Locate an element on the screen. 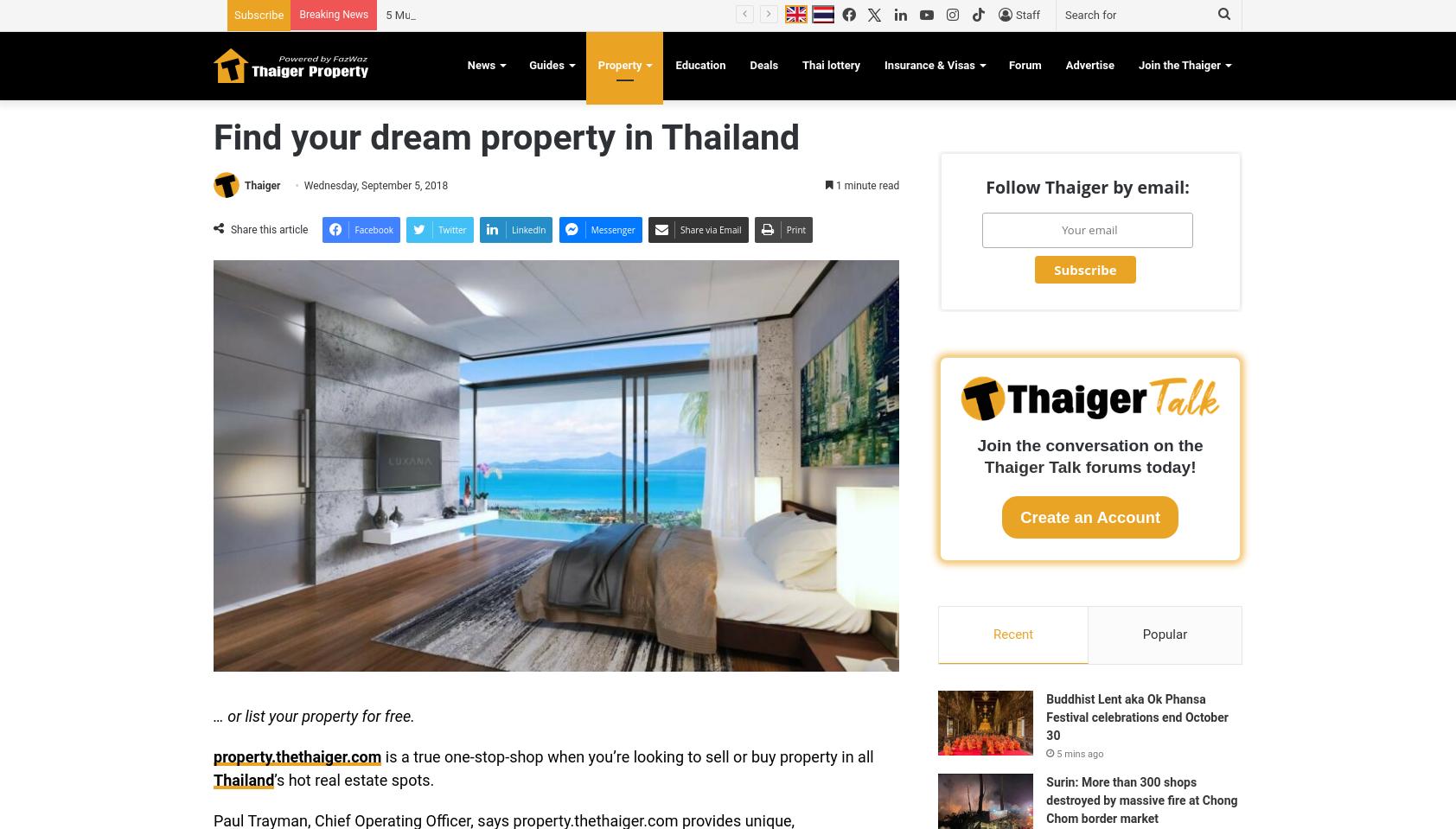 The width and height of the screenshot is (1456, 829). 'Wednesday, September 5, 2018' is located at coordinates (374, 186).